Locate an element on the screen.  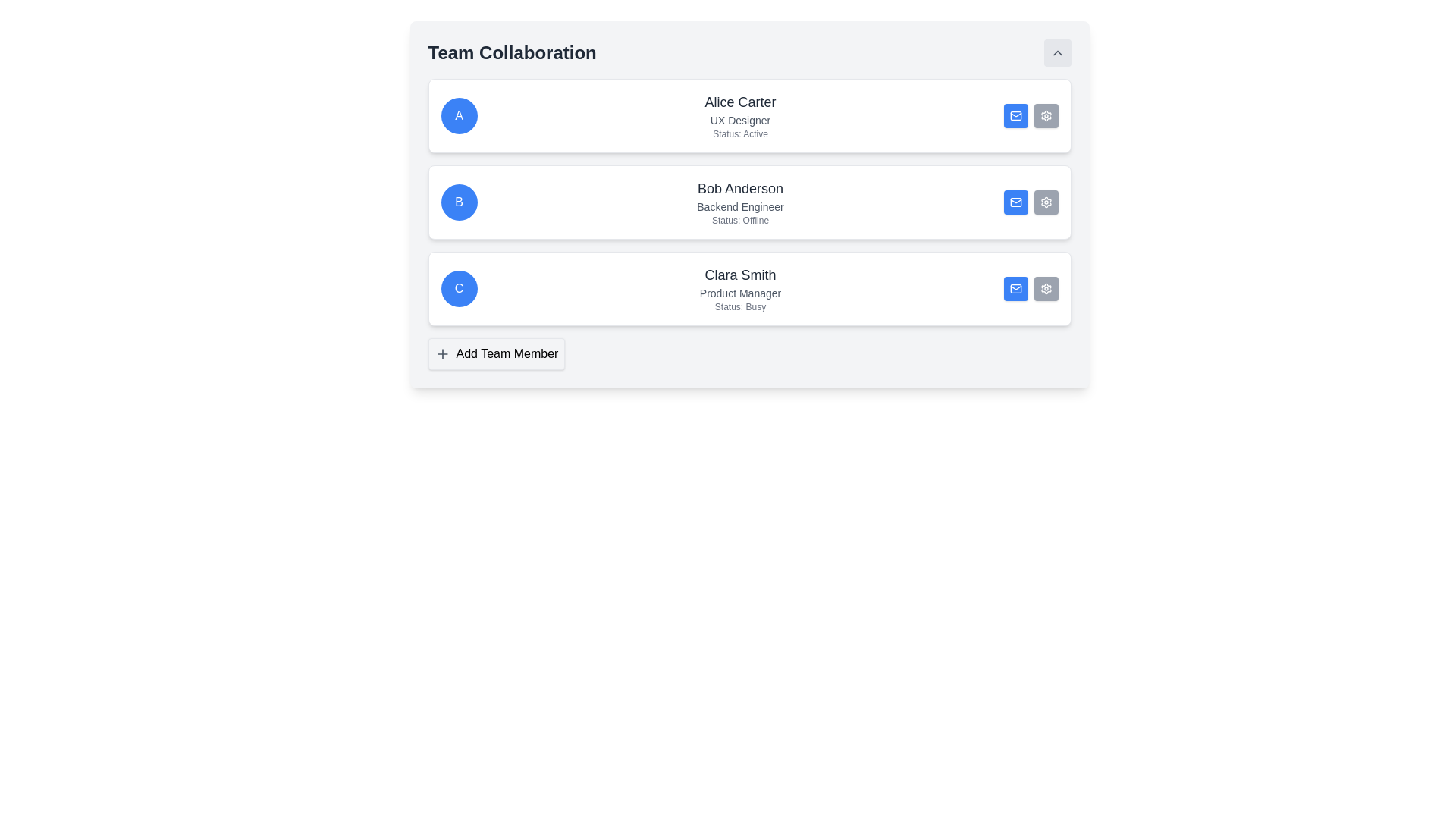
the square gray button with rounded corners and a white gear icon for settings, located in the rightmost section of Bob Anderson's card in the Team Collaboration interface is located at coordinates (1045, 201).